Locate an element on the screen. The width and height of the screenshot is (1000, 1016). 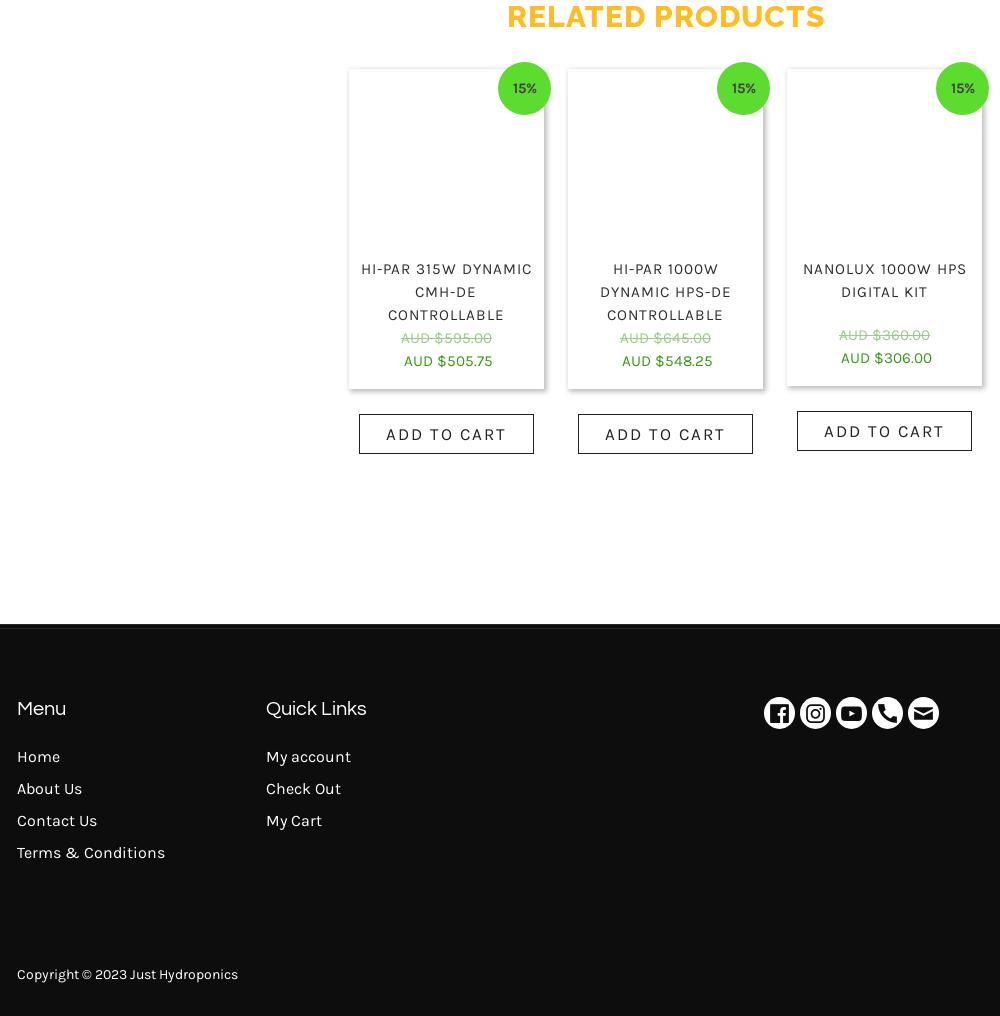
'Just Hydroponics' is located at coordinates (184, 974).